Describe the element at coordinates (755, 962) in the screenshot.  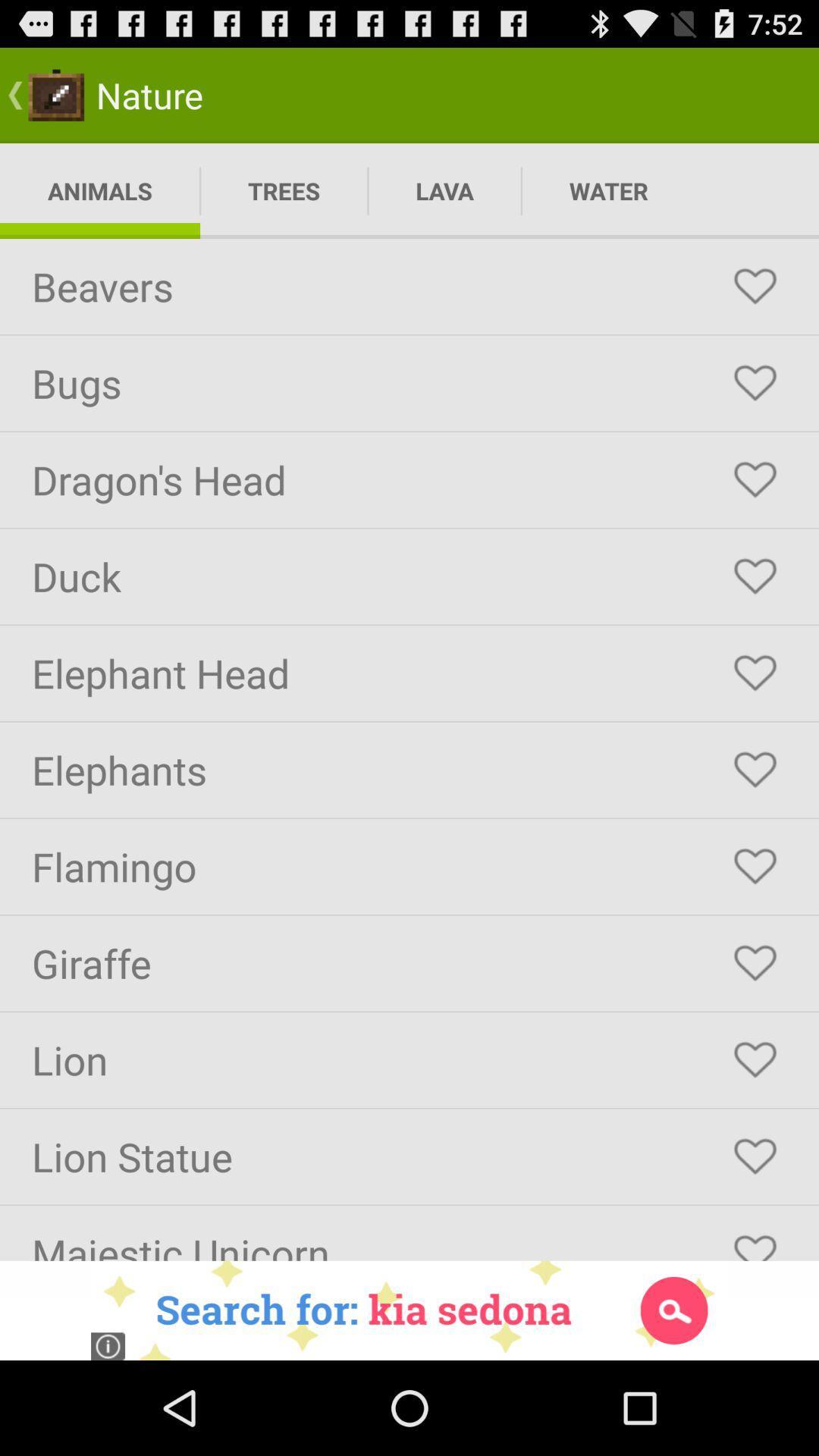
I see `favorite` at that location.